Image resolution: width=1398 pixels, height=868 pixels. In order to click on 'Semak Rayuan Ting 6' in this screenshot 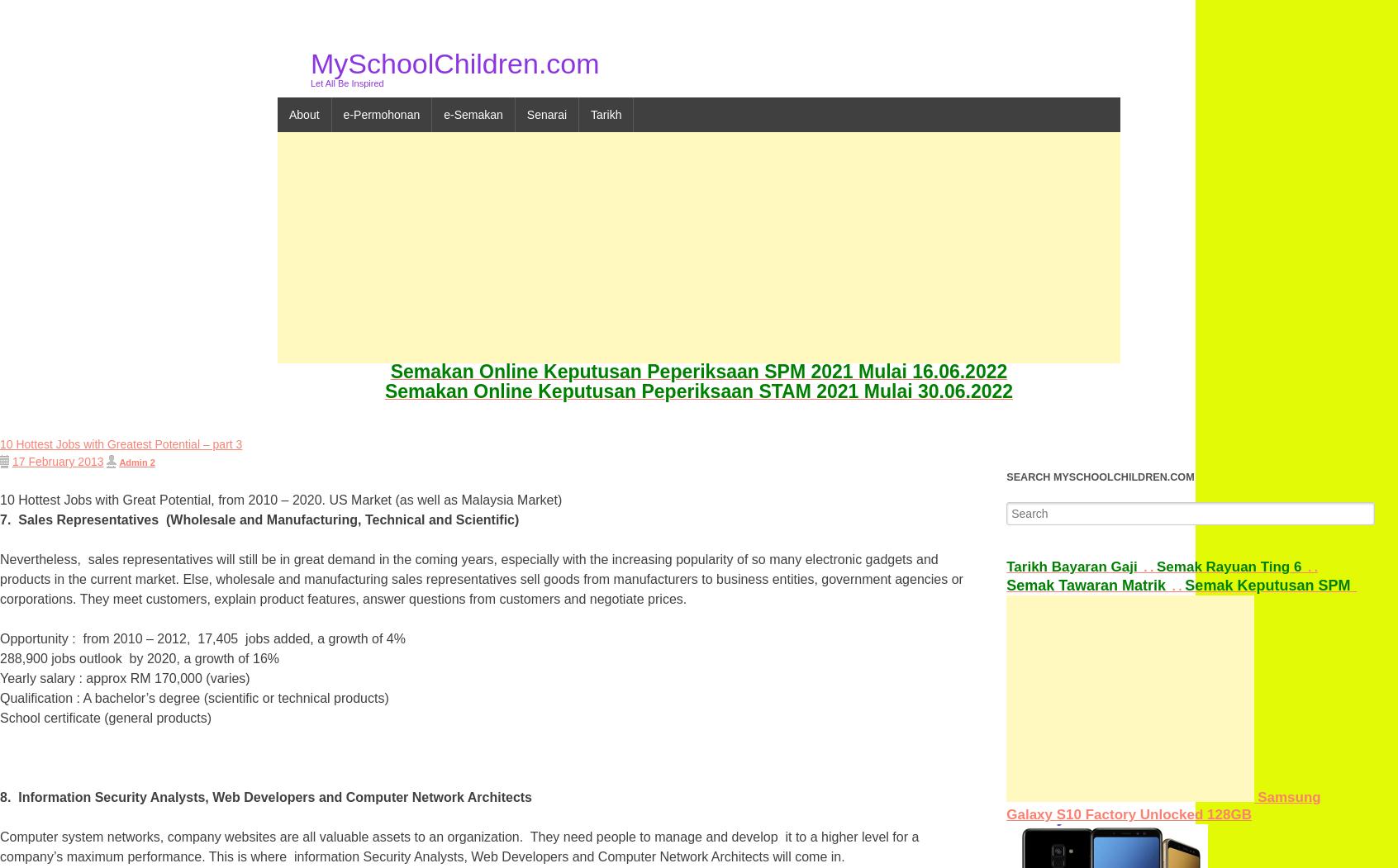, I will do `click(1156, 566)`.